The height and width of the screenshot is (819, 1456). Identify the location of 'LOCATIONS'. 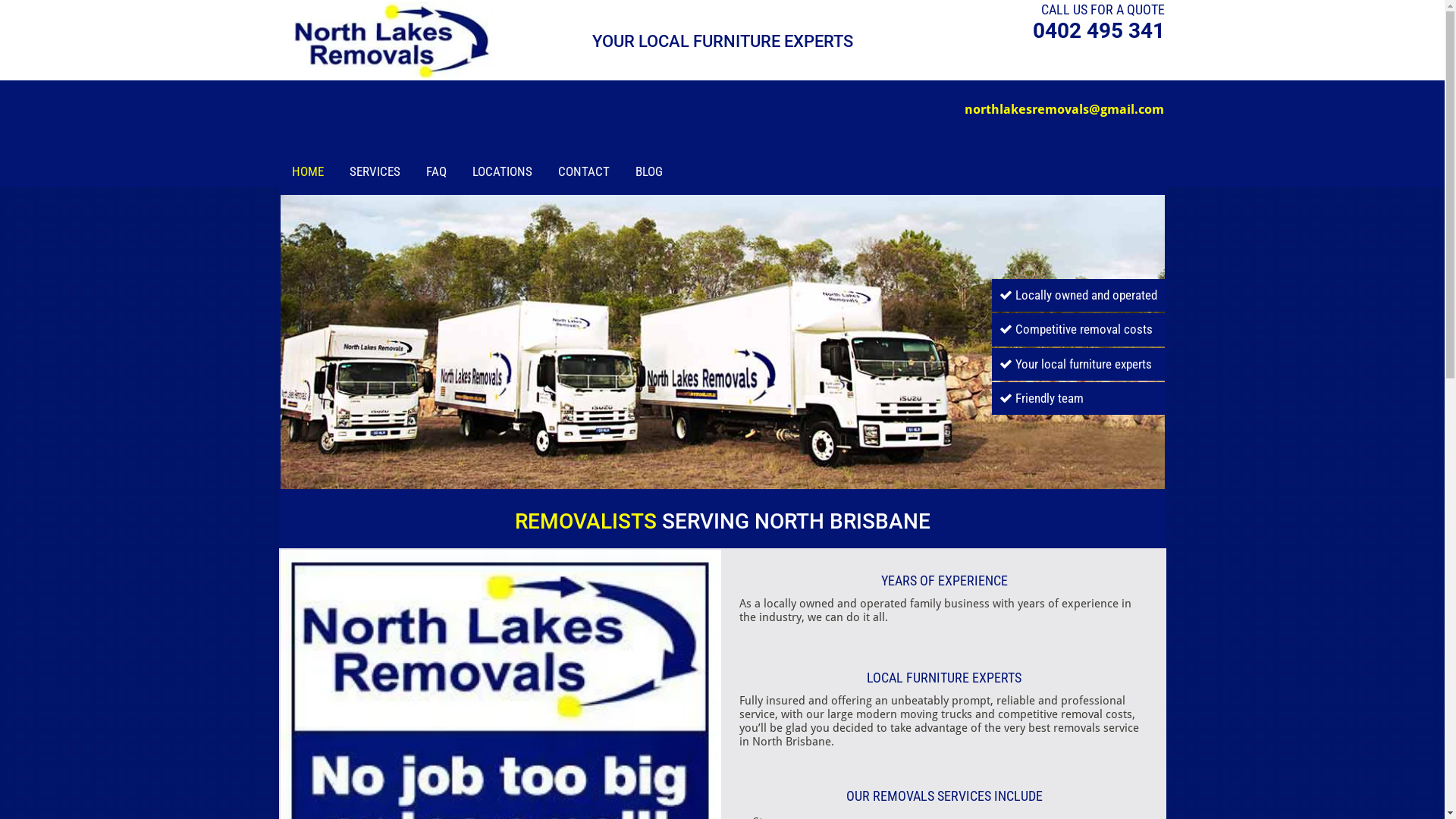
(501, 171).